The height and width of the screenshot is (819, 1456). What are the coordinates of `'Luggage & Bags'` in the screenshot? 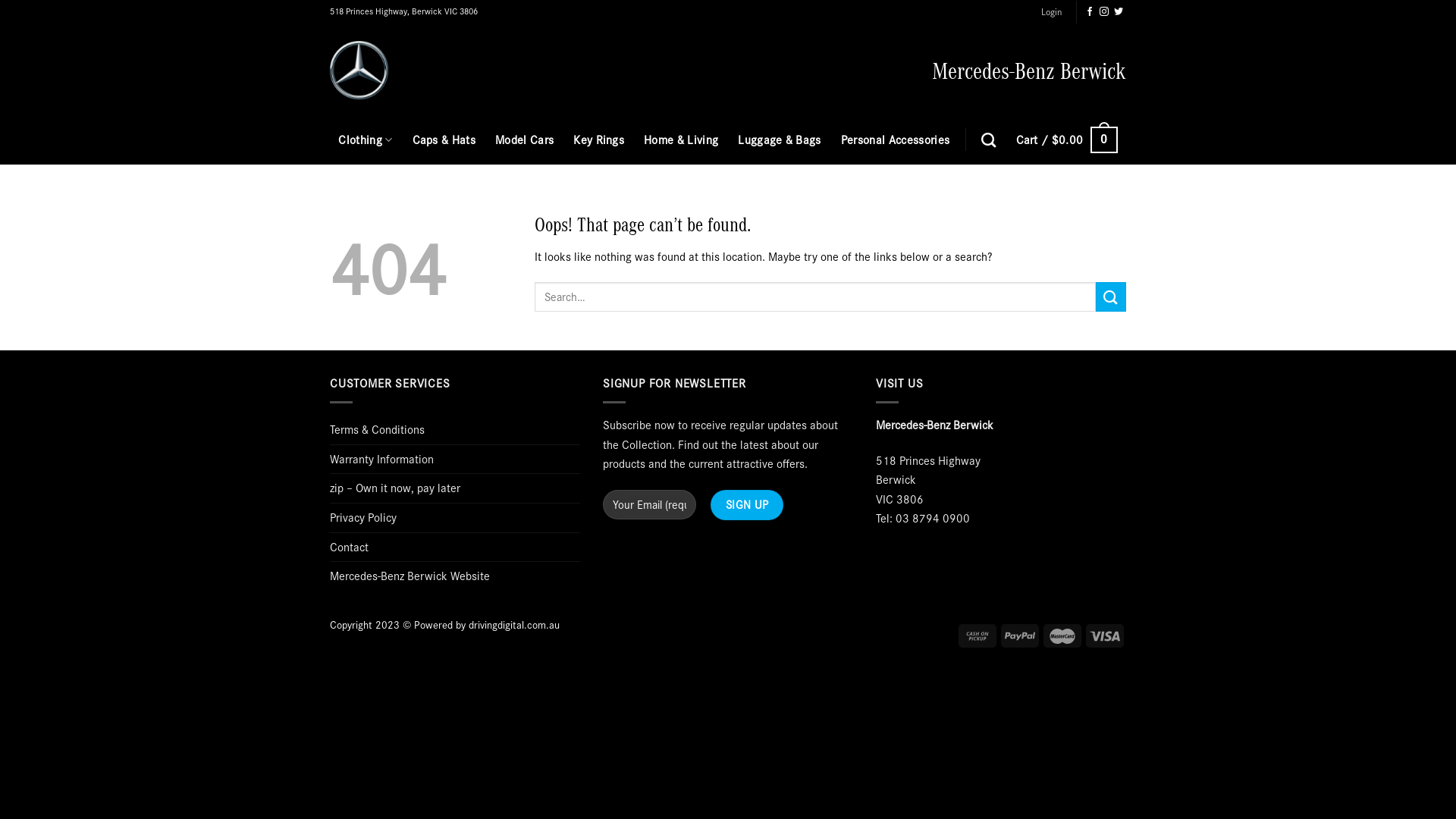 It's located at (779, 140).